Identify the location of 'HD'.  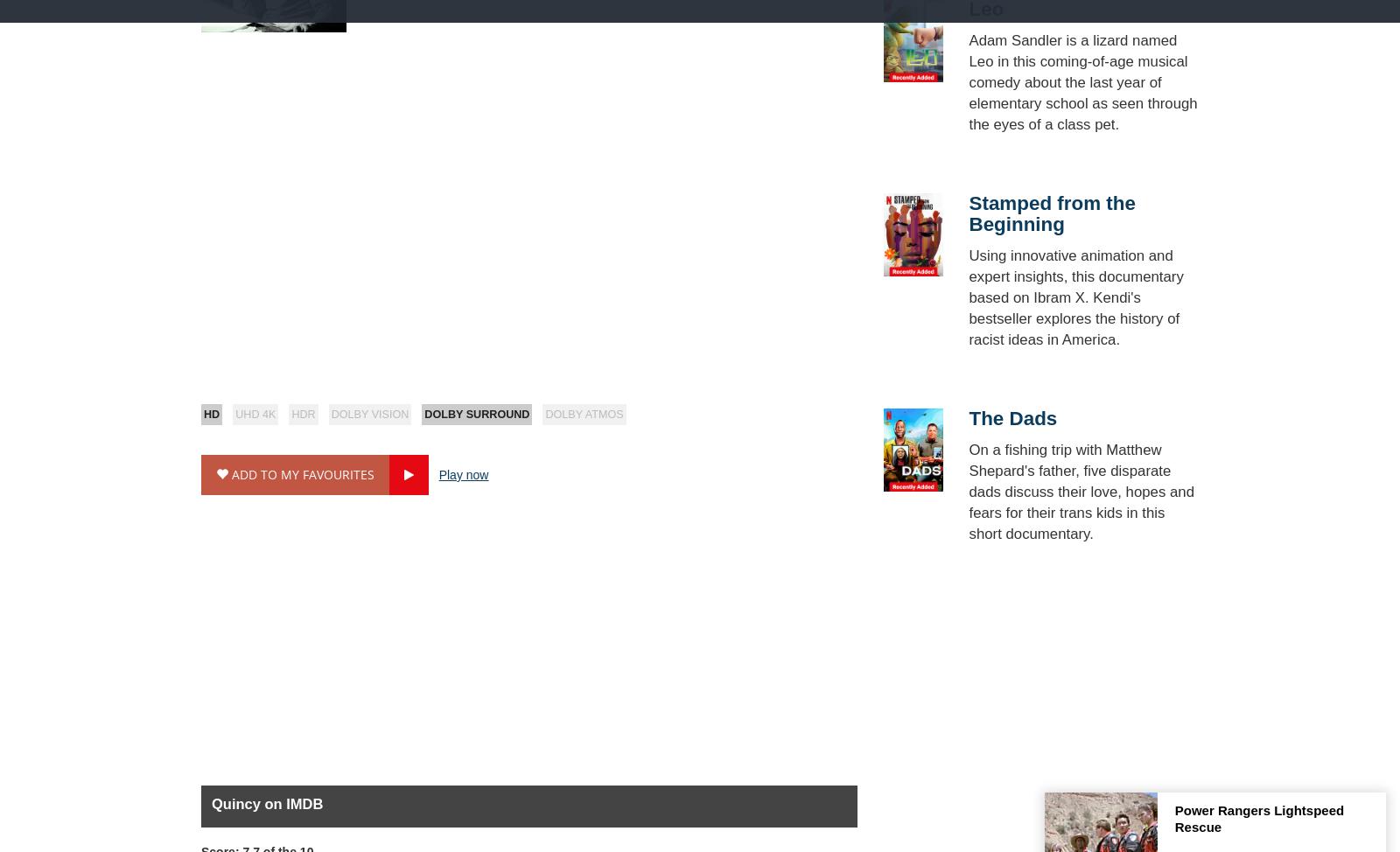
(211, 414).